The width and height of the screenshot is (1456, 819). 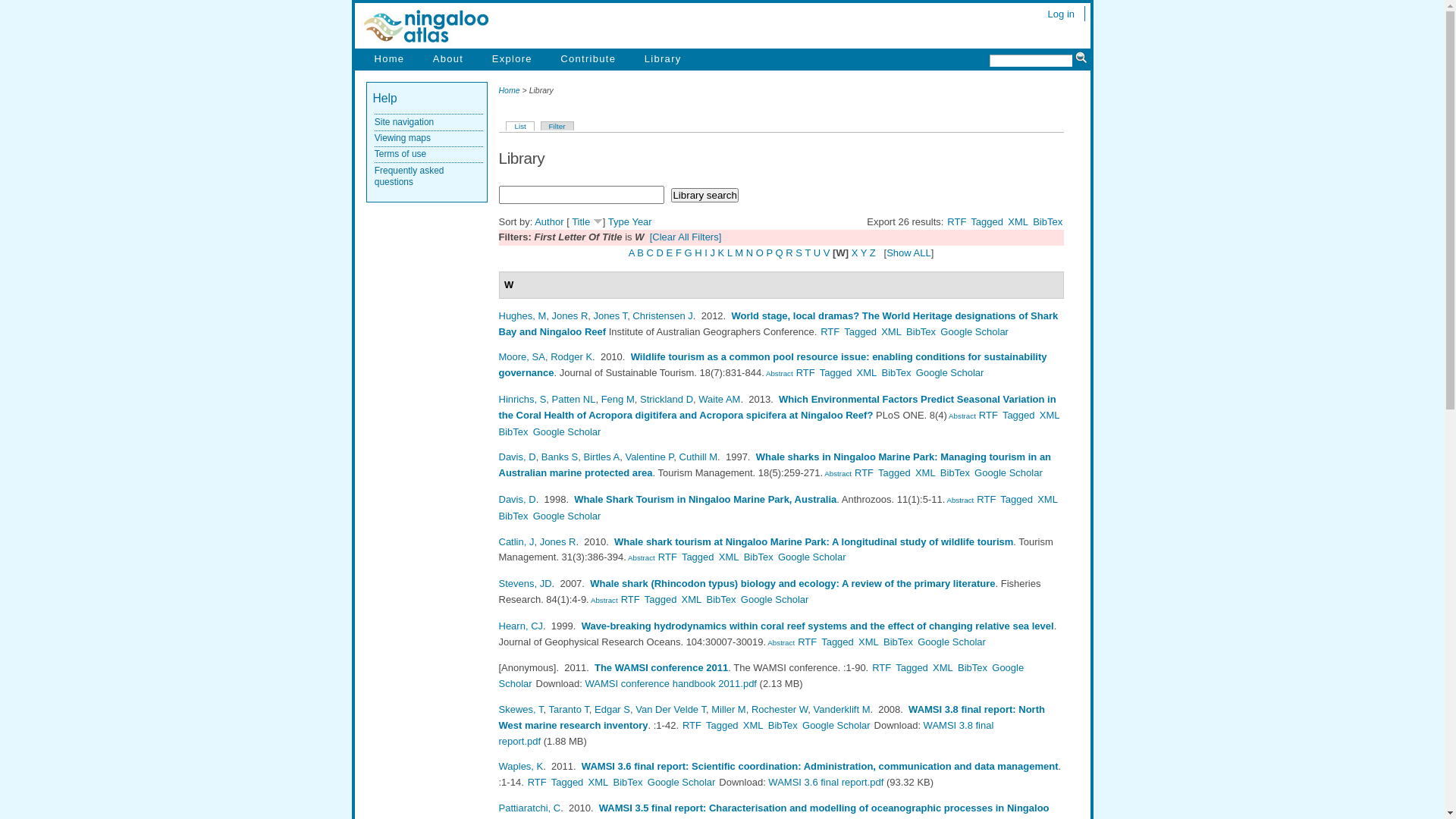 What do you see at coordinates (795, 252) in the screenshot?
I see `'S'` at bounding box center [795, 252].